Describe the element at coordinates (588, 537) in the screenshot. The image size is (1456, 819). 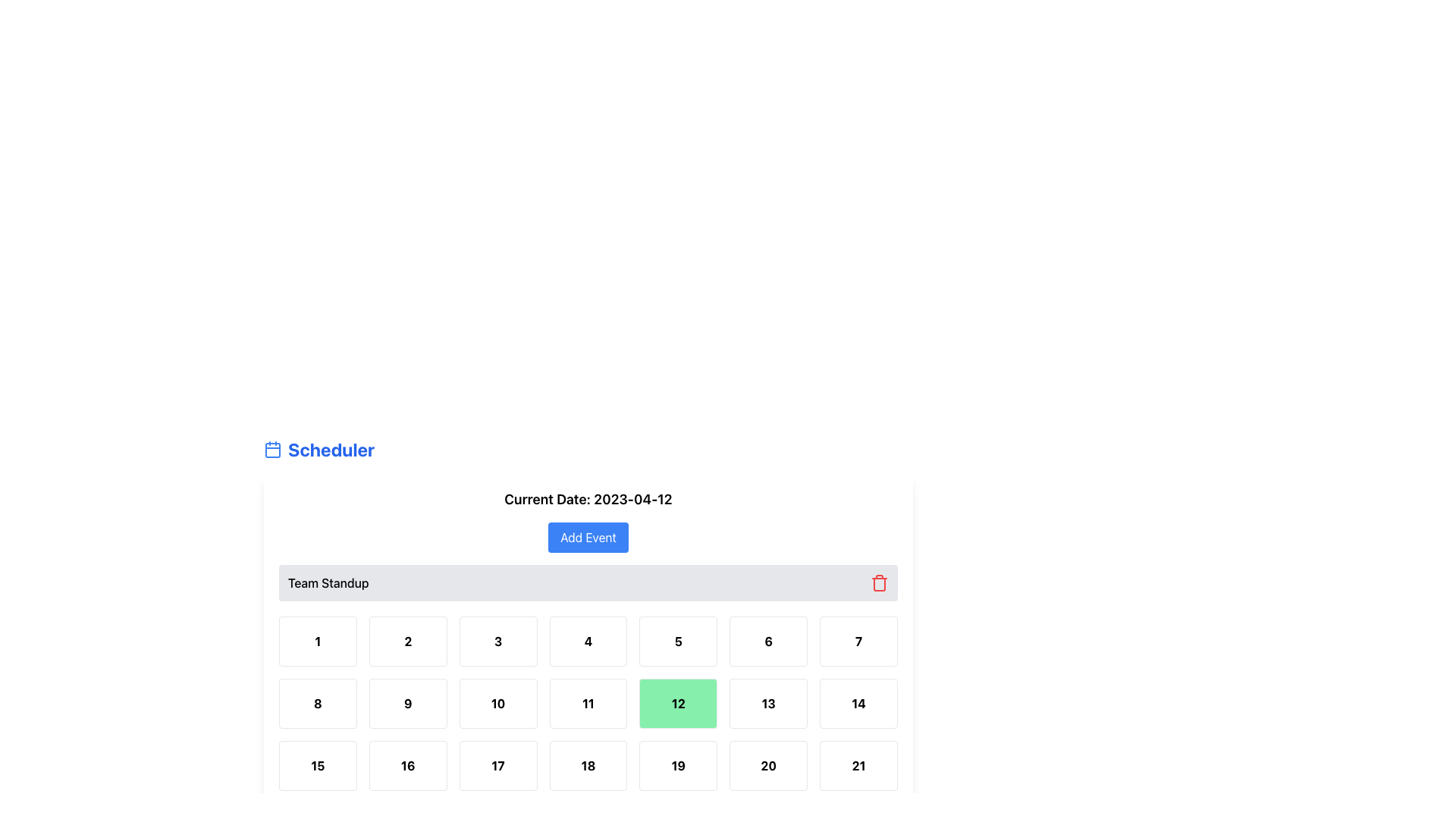
I see `the sky-blue button labeled 'Add Event' to observe potential visual feedback` at that location.